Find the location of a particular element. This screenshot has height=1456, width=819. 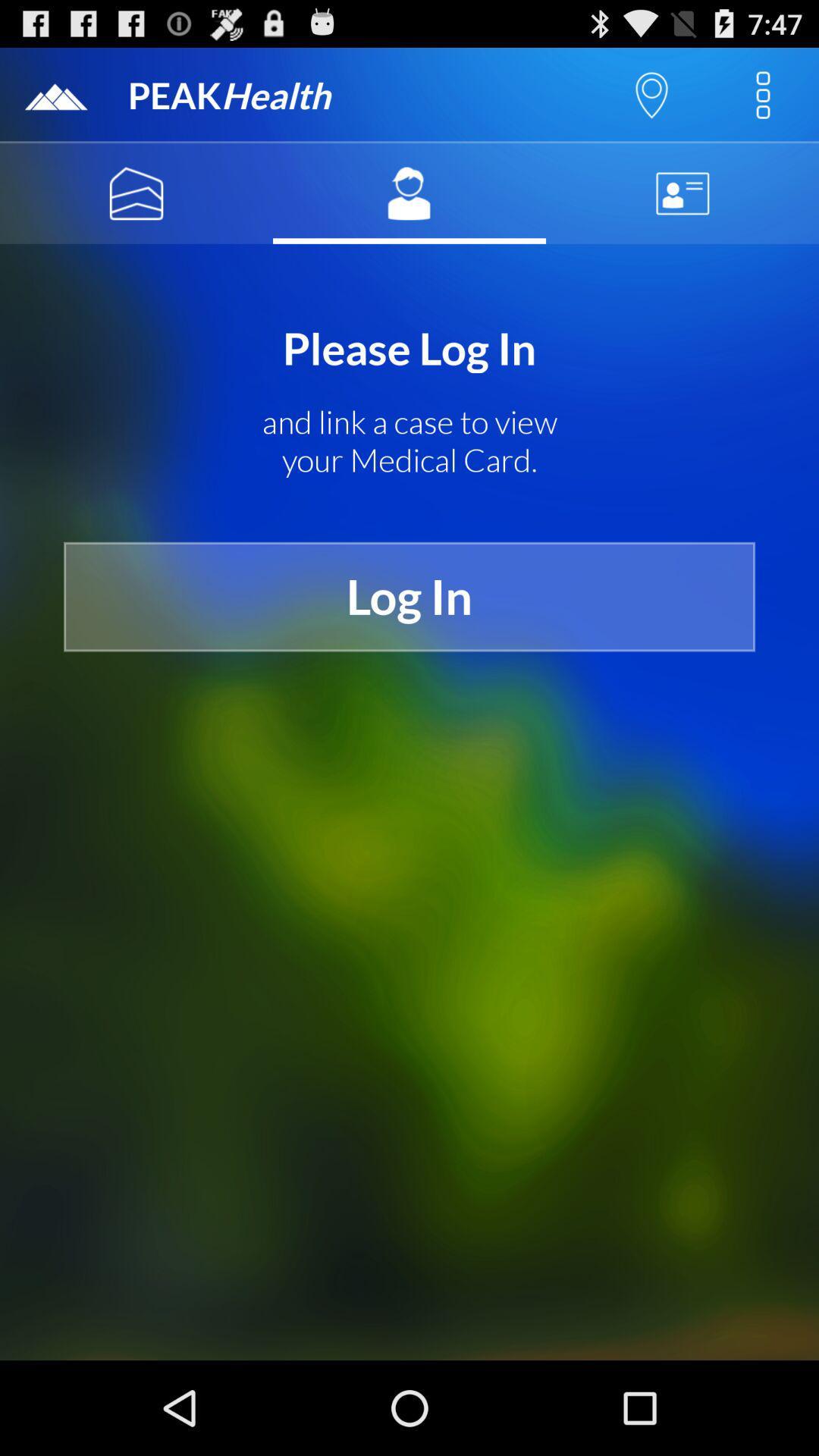

the item above the please log in icon is located at coordinates (681, 193).